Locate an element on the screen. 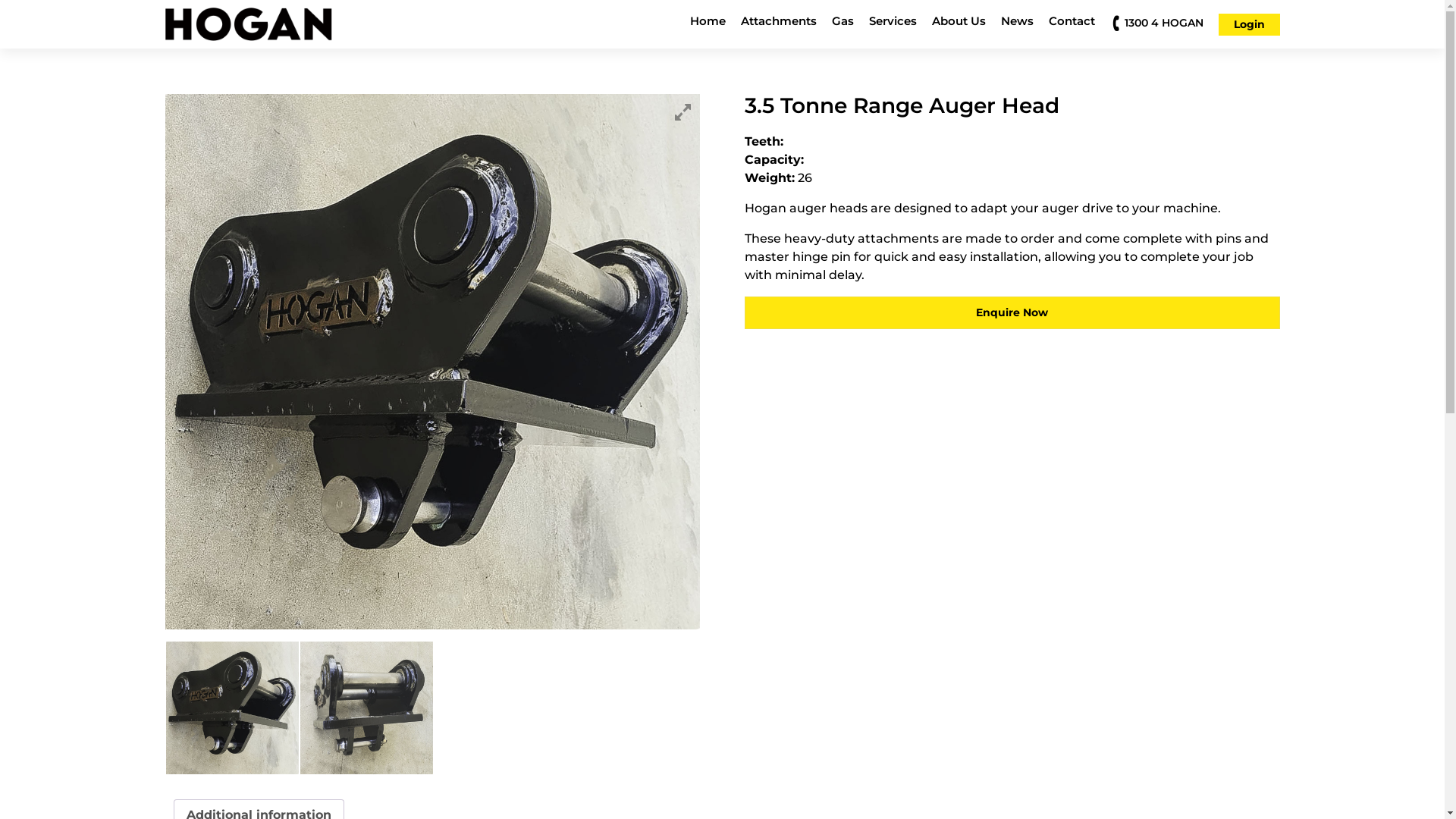  'Contact' is located at coordinates (1070, 24).